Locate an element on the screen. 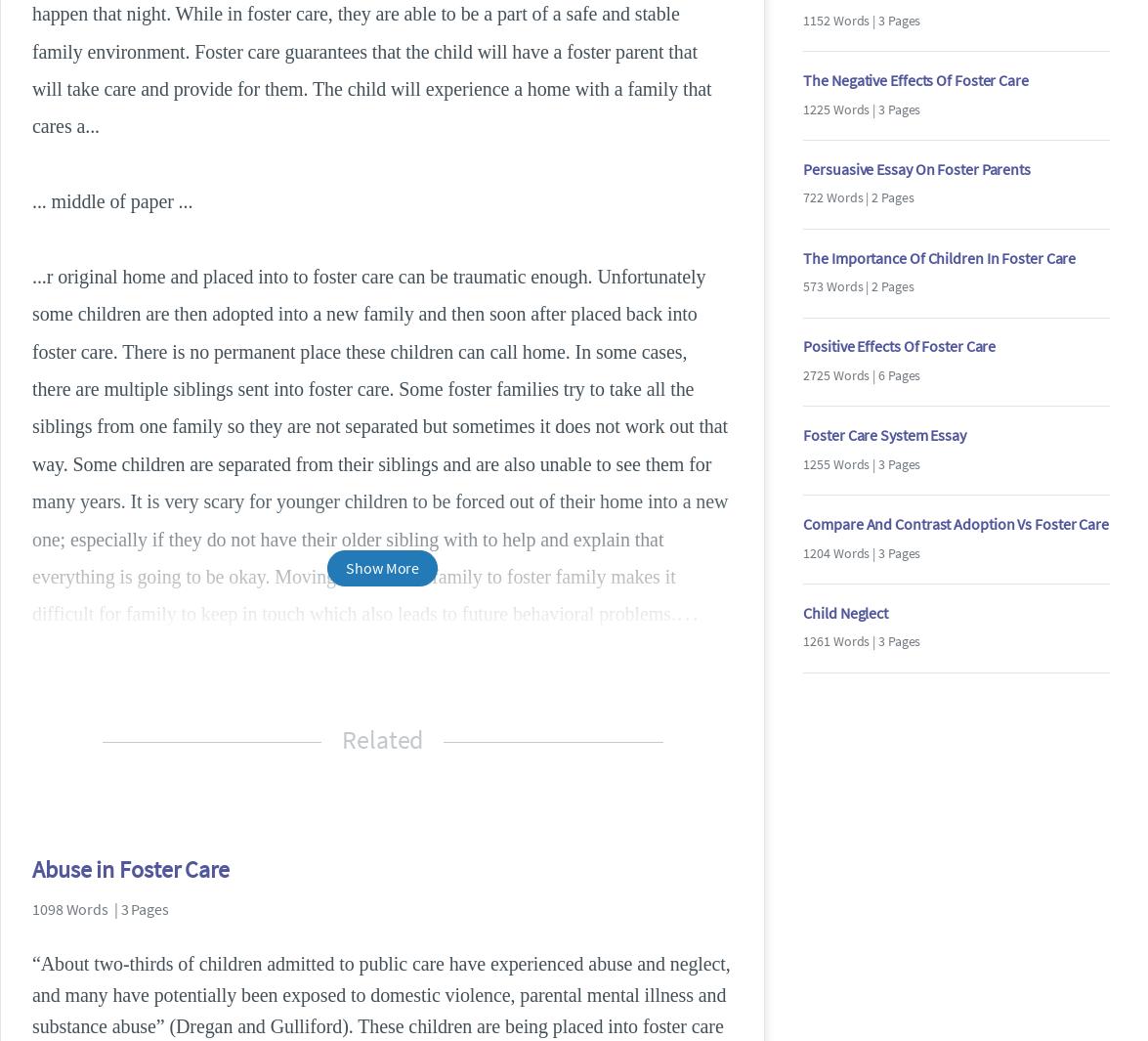 The image size is (1148, 1041). '1261 Words | 3 Pages' is located at coordinates (860, 641).